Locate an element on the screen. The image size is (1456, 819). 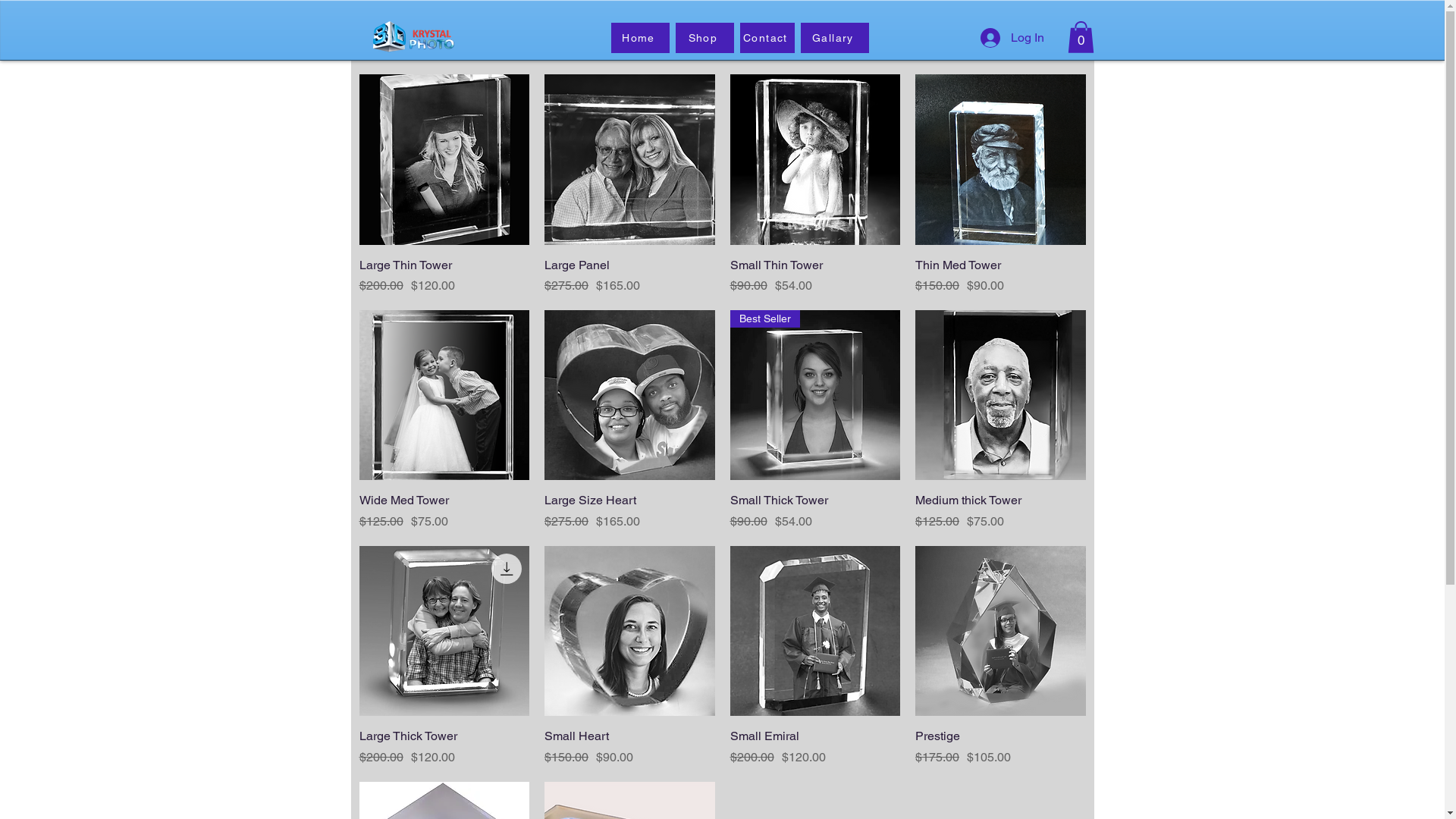
'Best Seller' is located at coordinates (814, 394).